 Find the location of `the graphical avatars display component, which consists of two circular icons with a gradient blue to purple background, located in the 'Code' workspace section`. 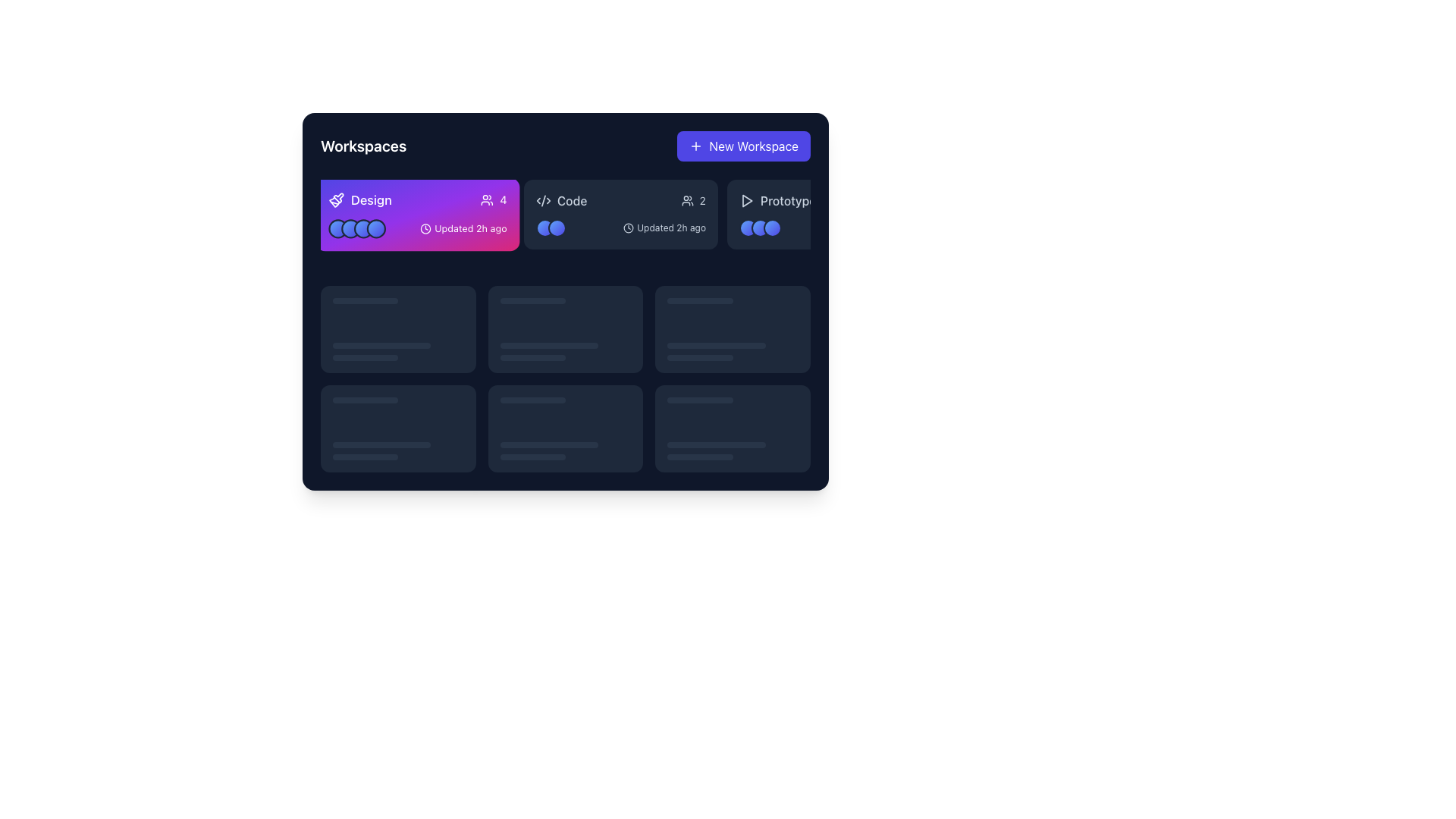

the graphical avatars display component, which consists of two circular icons with a gradient blue to purple background, located in the 'Code' workspace section is located at coordinates (550, 227).